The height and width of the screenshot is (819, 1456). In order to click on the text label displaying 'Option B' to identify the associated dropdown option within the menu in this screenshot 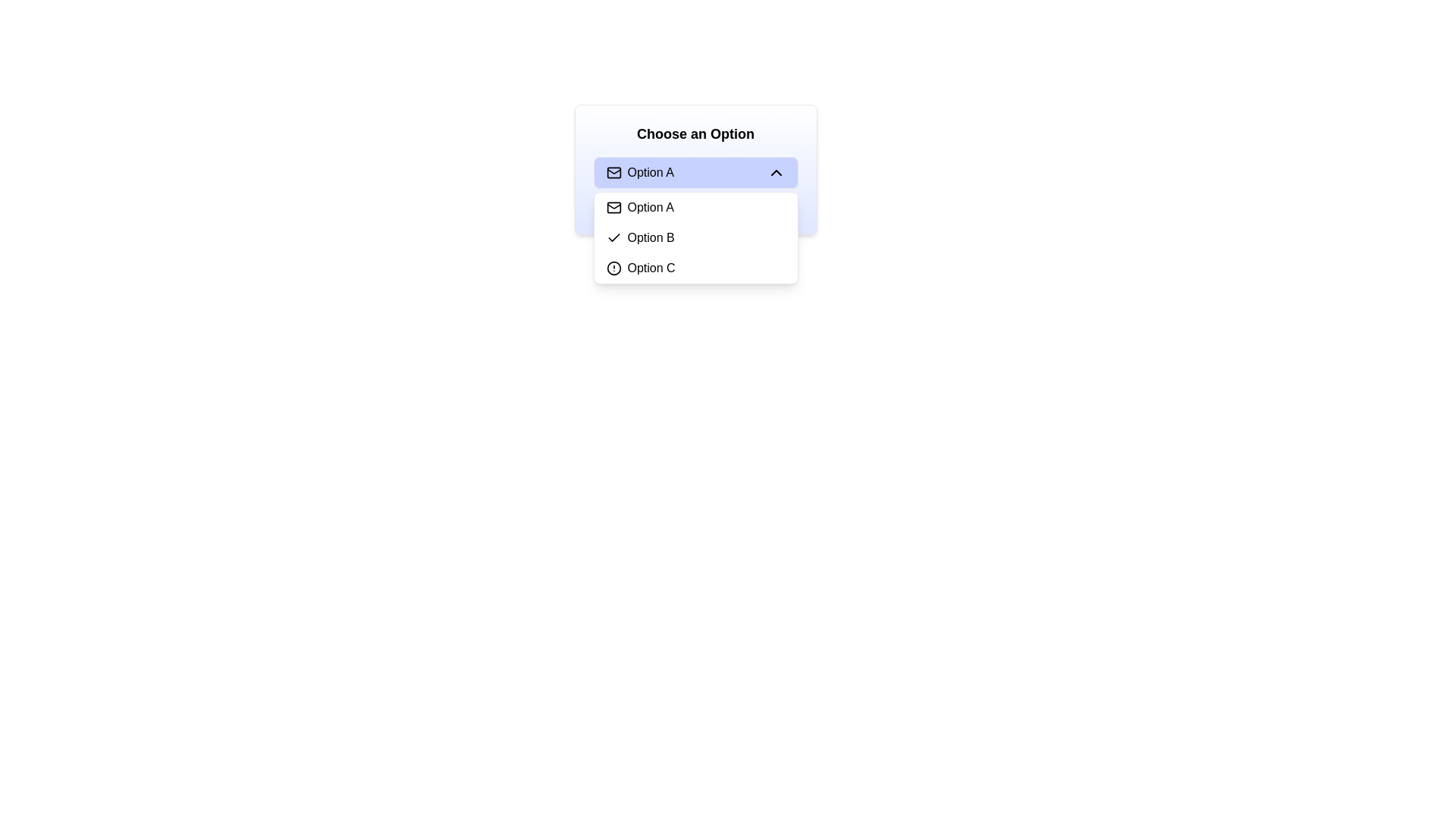, I will do `click(651, 237)`.